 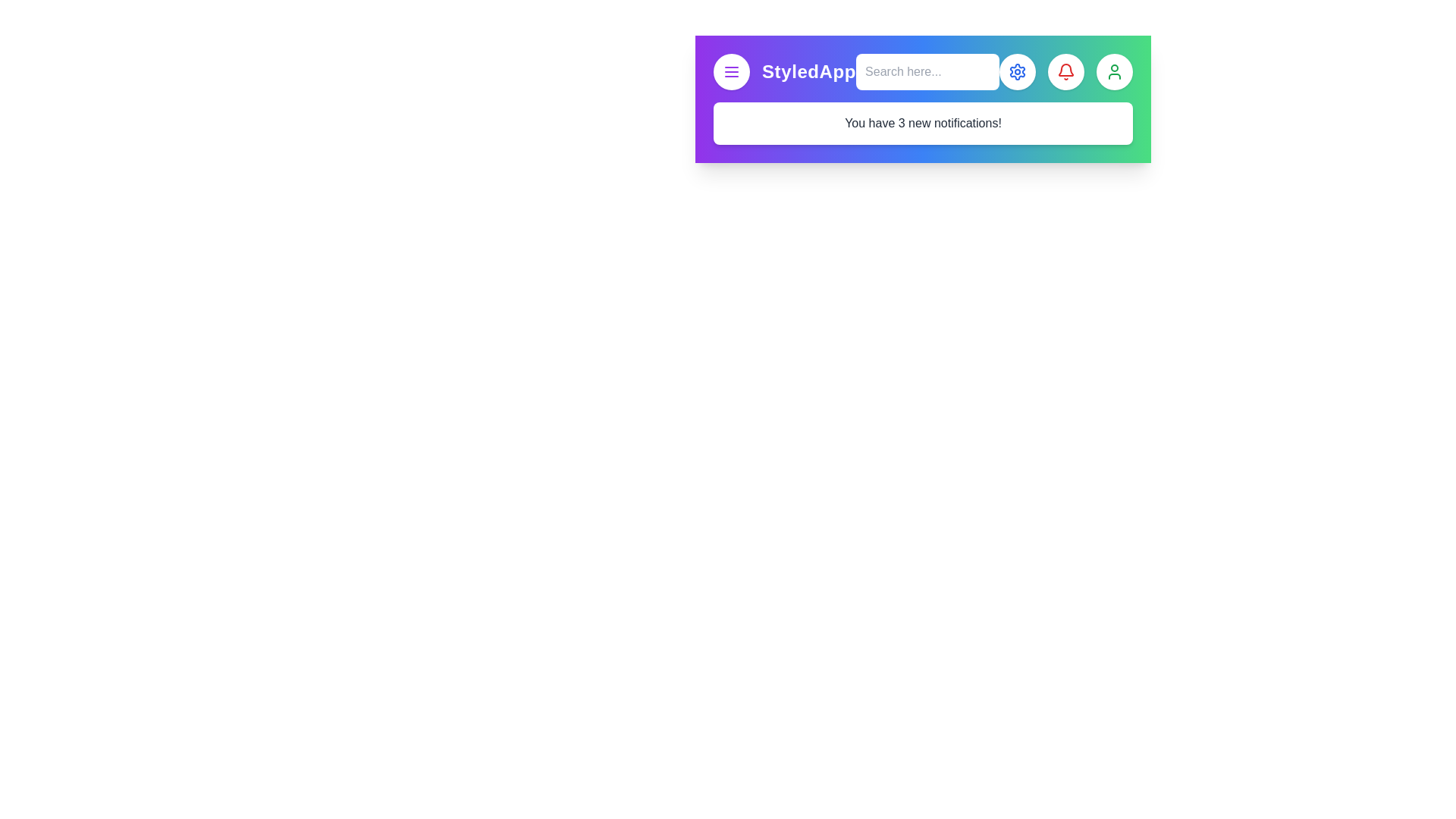 What do you see at coordinates (927, 72) in the screenshot?
I see `the search field and enter the text 'example'` at bounding box center [927, 72].